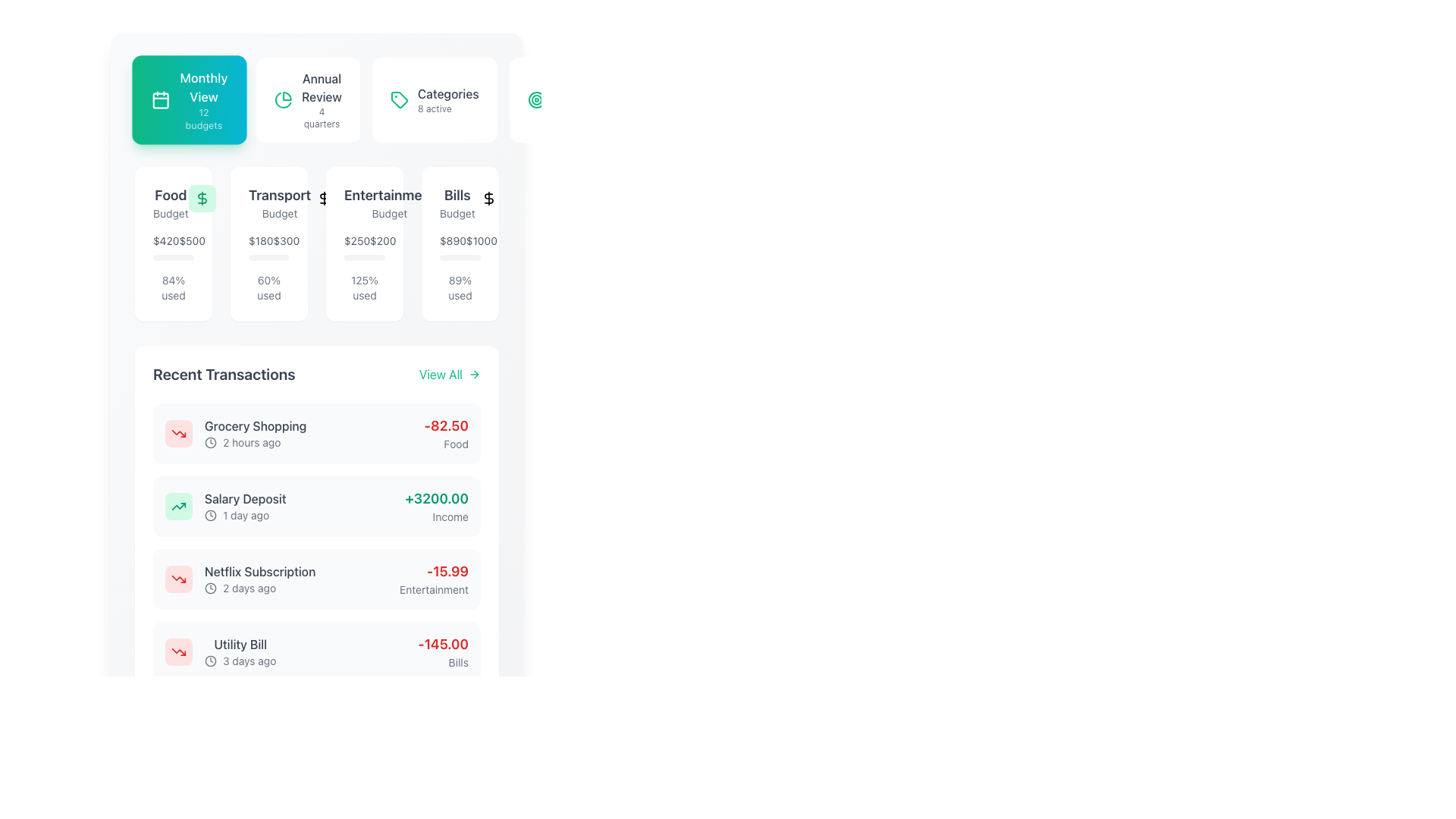 Image resolution: width=1456 pixels, height=819 pixels. What do you see at coordinates (220, 651) in the screenshot?
I see `the 'Utility Bill' list item` at bounding box center [220, 651].